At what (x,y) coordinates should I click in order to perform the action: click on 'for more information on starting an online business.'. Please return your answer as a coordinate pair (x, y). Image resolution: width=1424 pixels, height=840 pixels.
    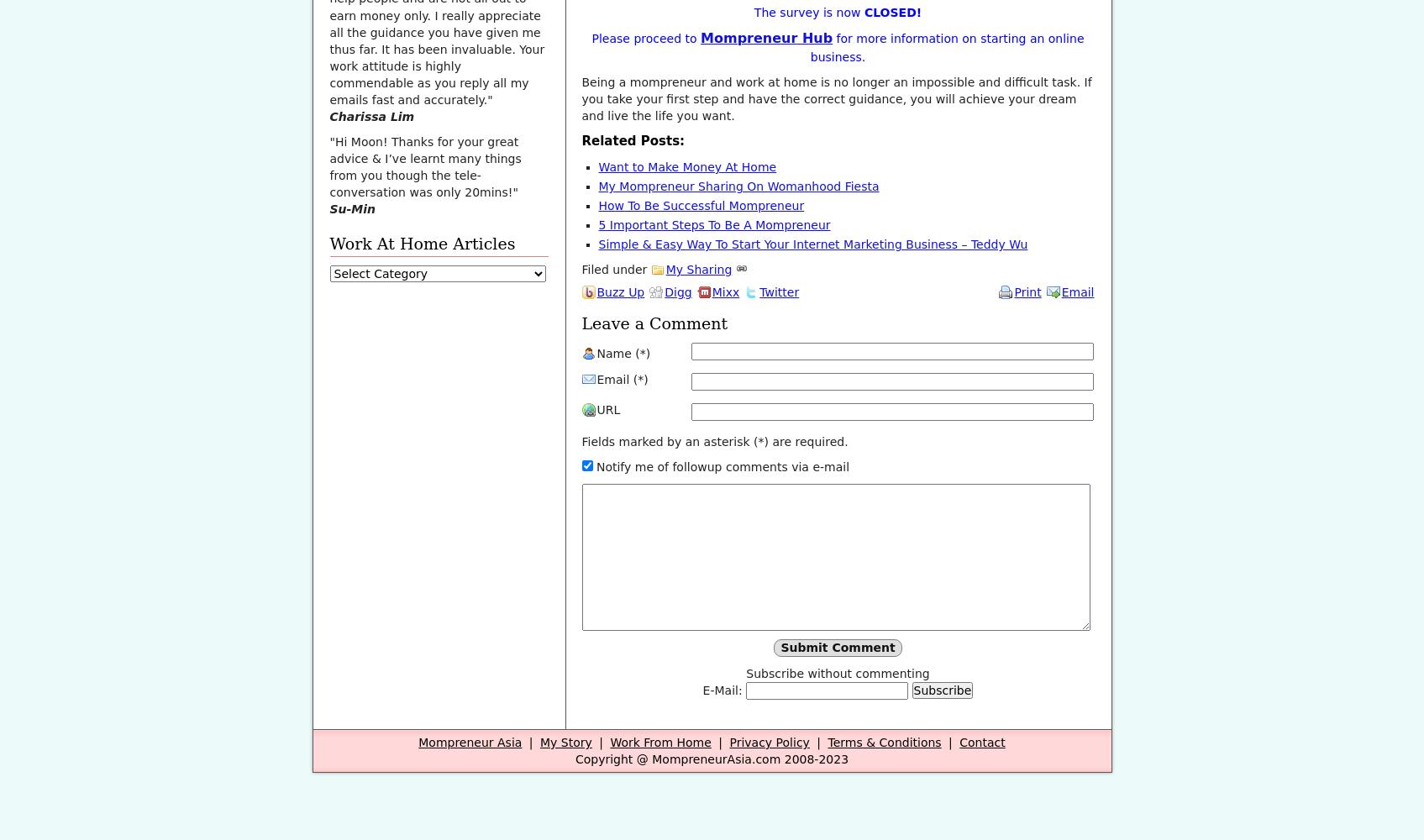
    Looking at the image, I should click on (946, 47).